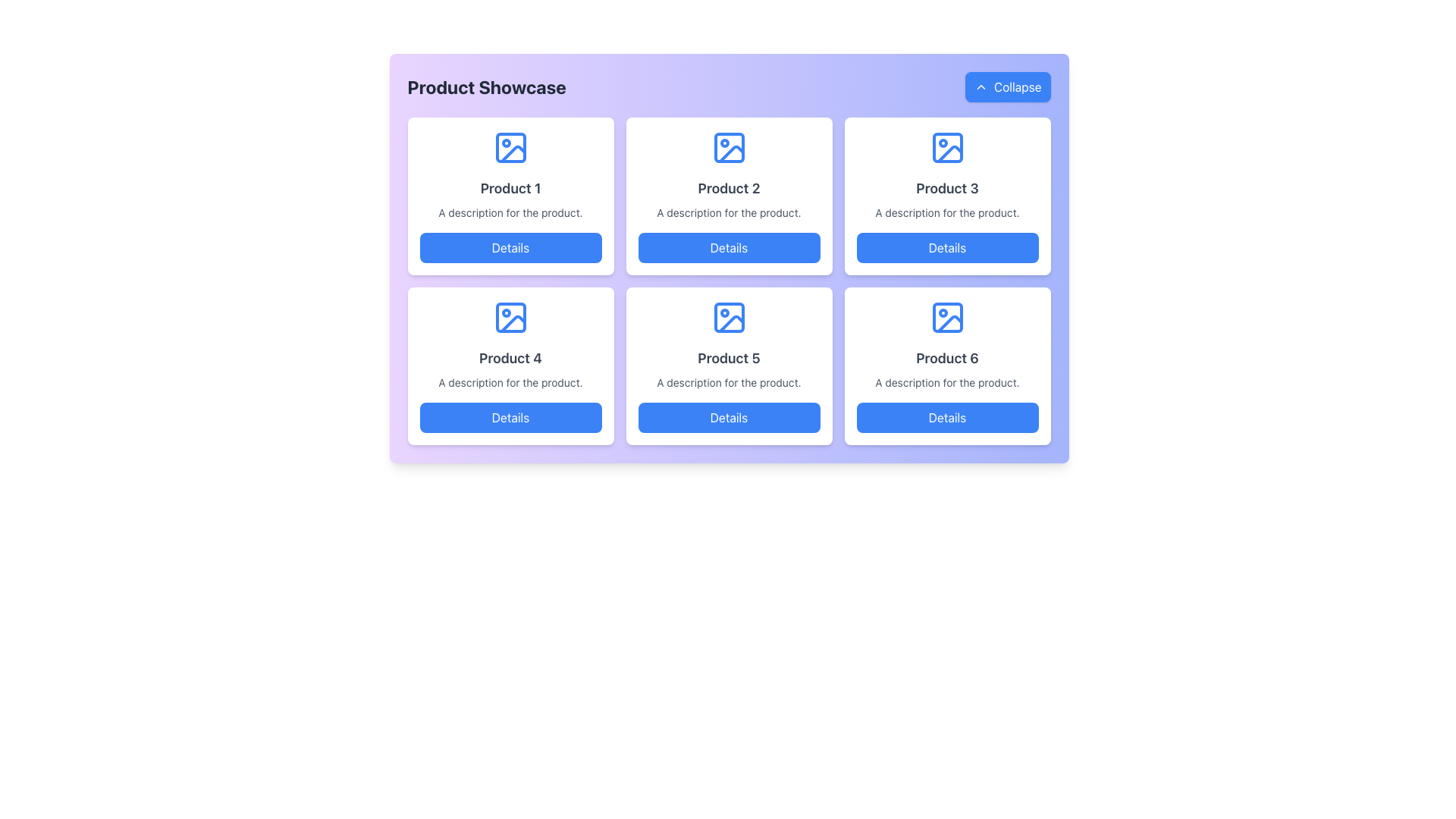 Image resolution: width=1456 pixels, height=819 pixels. Describe the element at coordinates (946, 213) in the screenshot. I see `the text line that reads 'A description for the product.' which is styled with light gray color and small font size, located within the card layout under the title 'Product 3'` at that location.